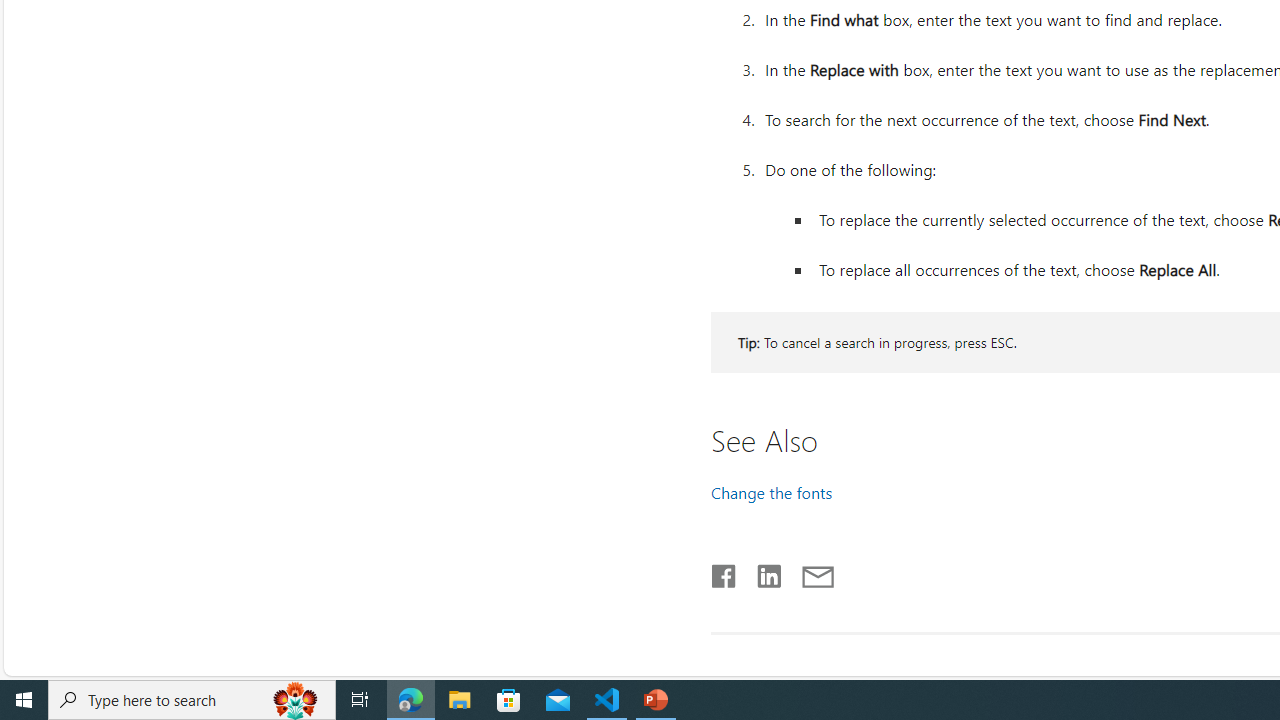  What do you see at coordinates (767, 572) in the screenshot?
I see `'LinkedIn'` at bounding box center [767, 572].